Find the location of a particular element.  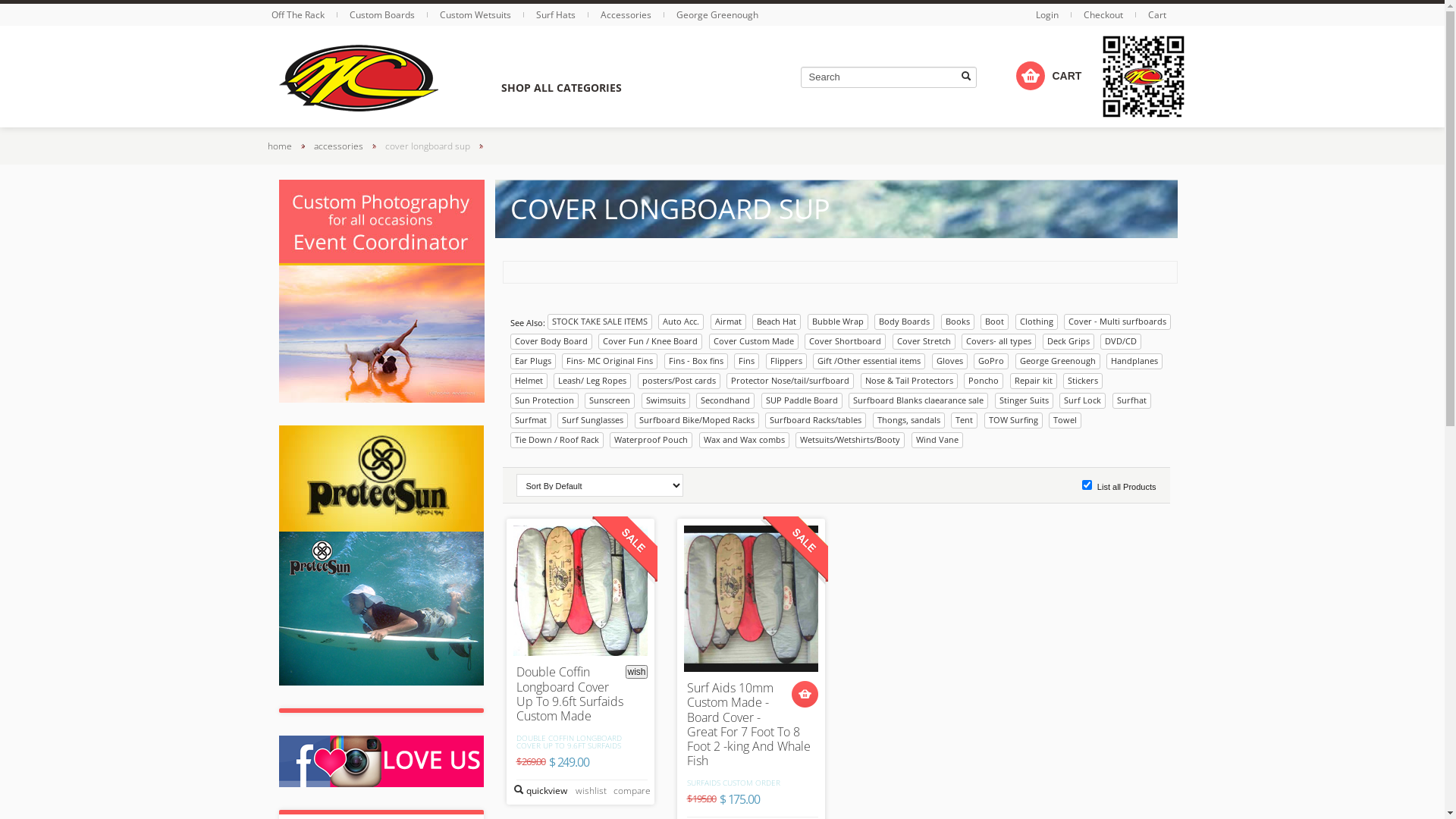

'Surf Lock' is located at coordinates (1081, 400).